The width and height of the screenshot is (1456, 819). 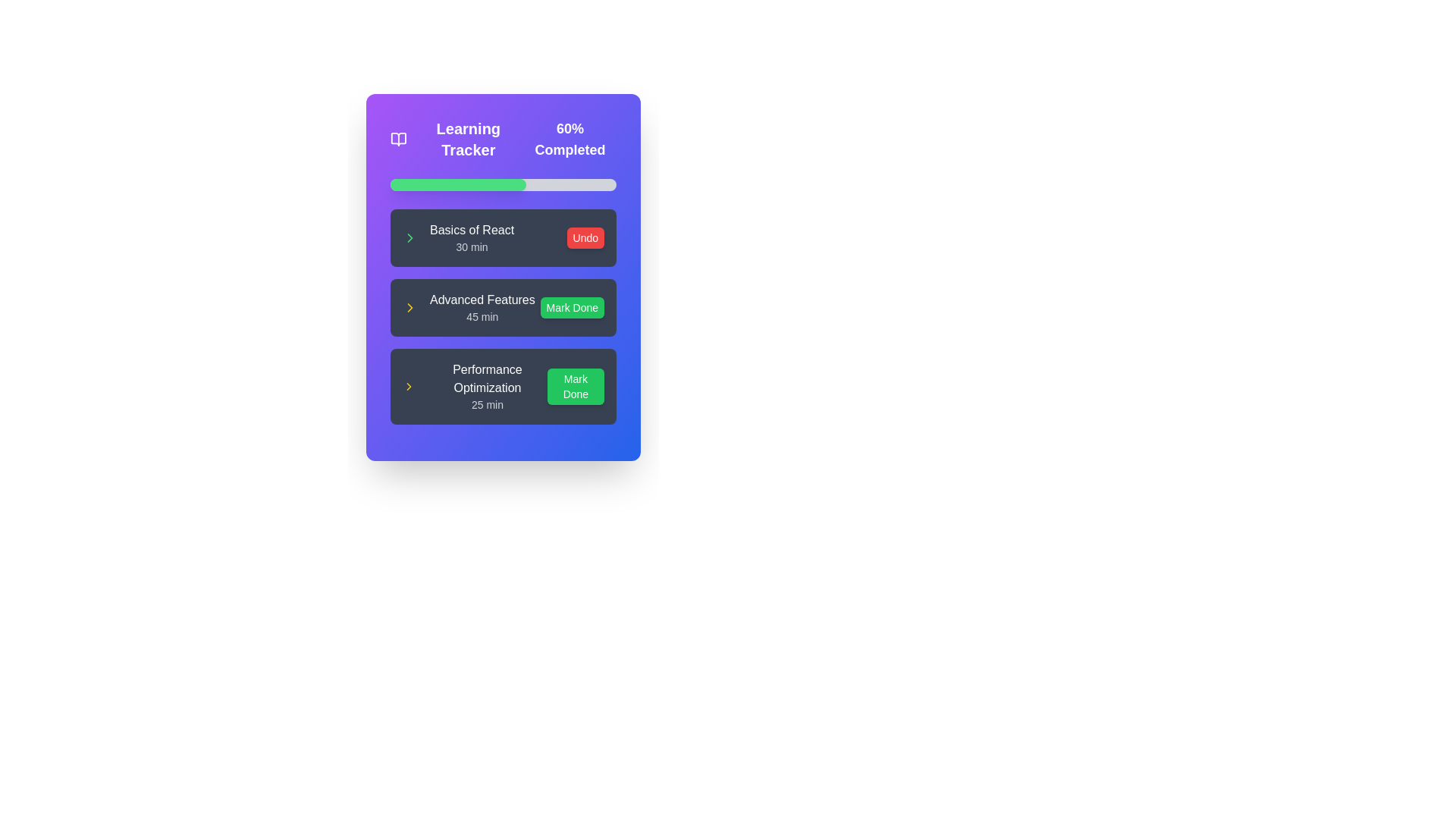 What do you see at coordinates (488, 403) in the screenshot?
I see `the static text label displaying '25 min' that is part of the 'Performance Optimization' row, located directly below the 'Performance Optimization' heading and adjacent to the 'Mark Done' button` at bounding box center [488, 403].